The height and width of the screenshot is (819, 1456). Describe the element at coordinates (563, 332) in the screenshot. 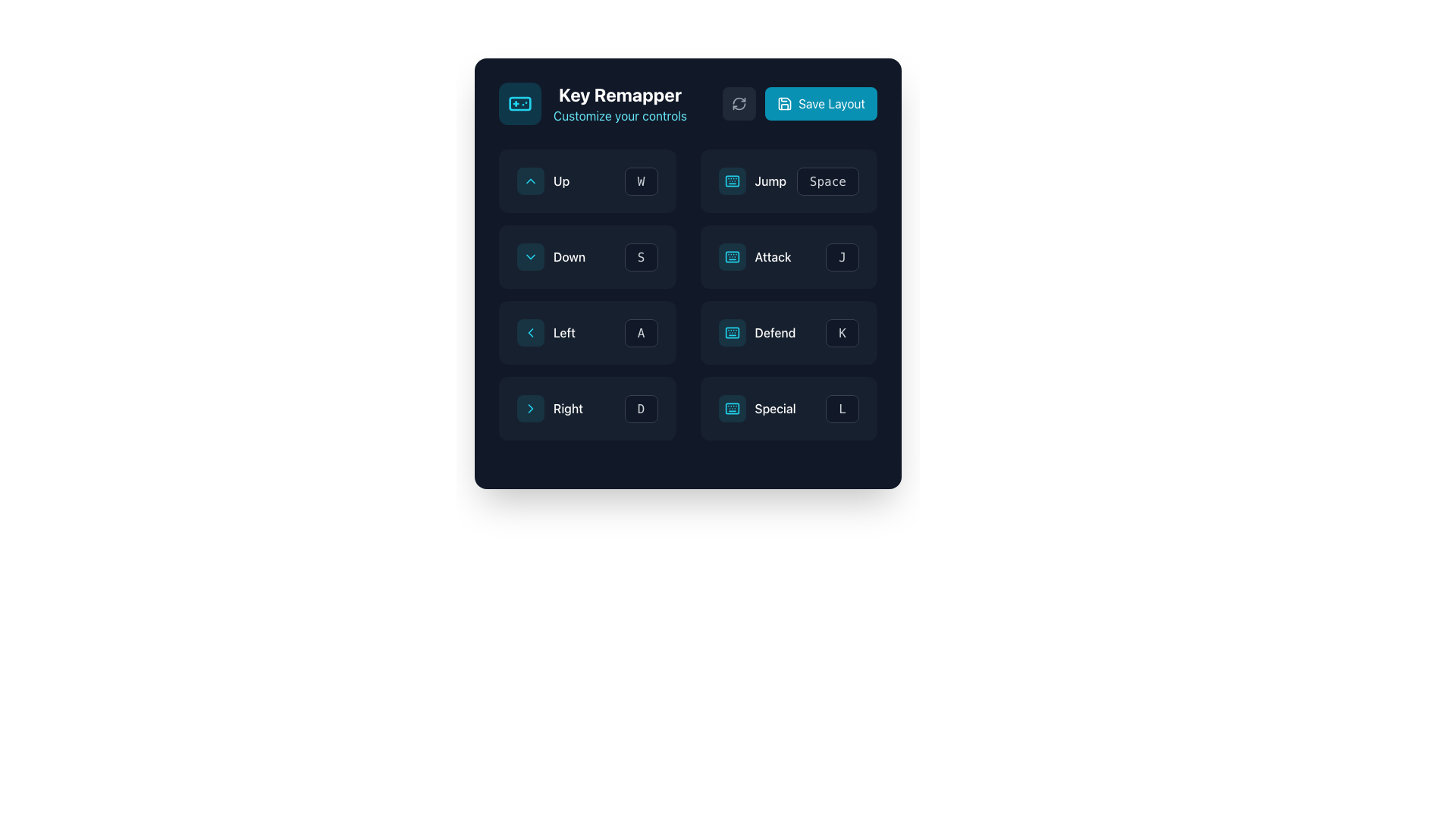

I see `text label displaying 'Left', which is styled in white font and is positioned between a left arrow and the key label 'A'` at that location.